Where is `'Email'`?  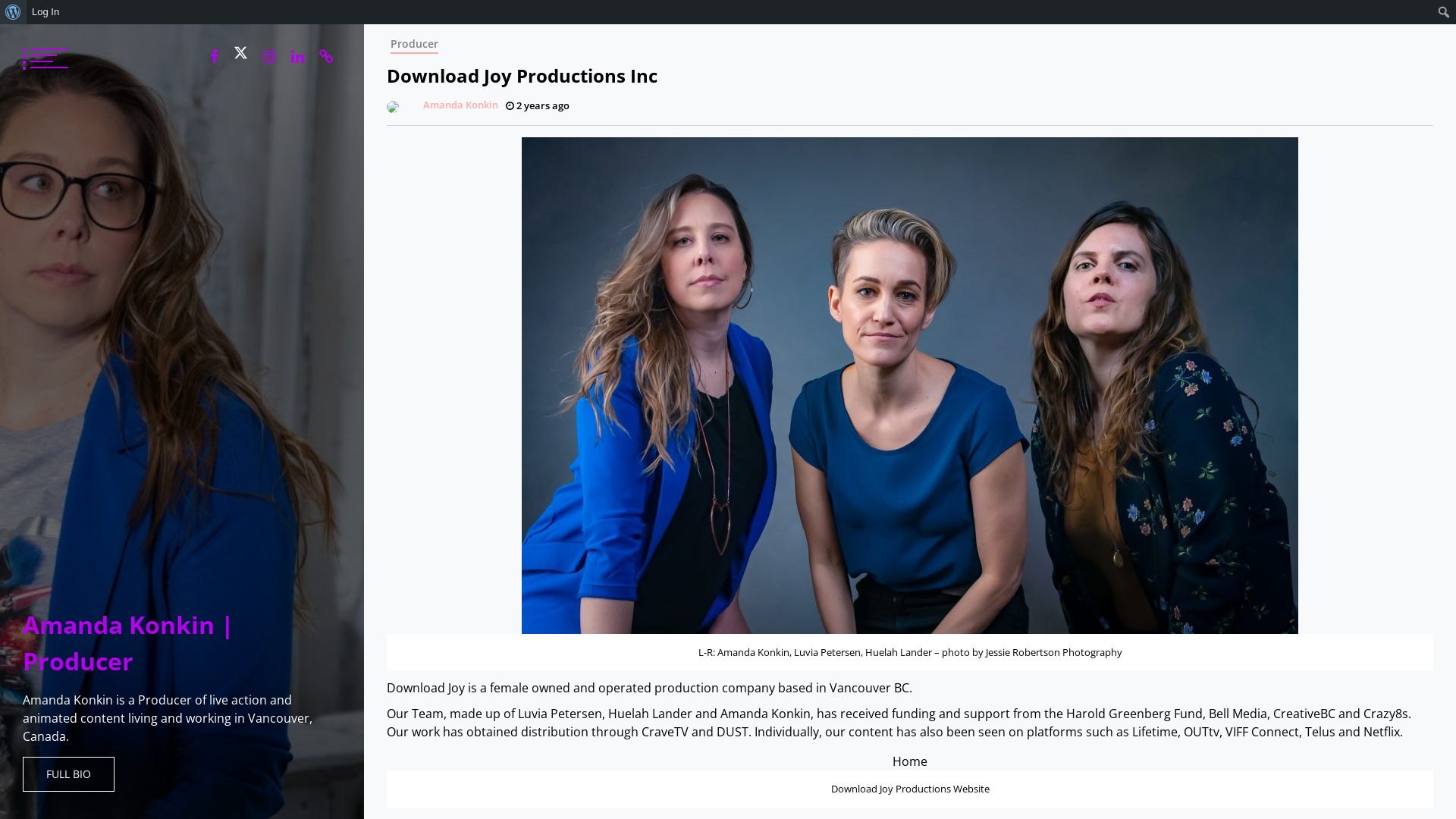 'Email' is located at coordinates (325, 55).